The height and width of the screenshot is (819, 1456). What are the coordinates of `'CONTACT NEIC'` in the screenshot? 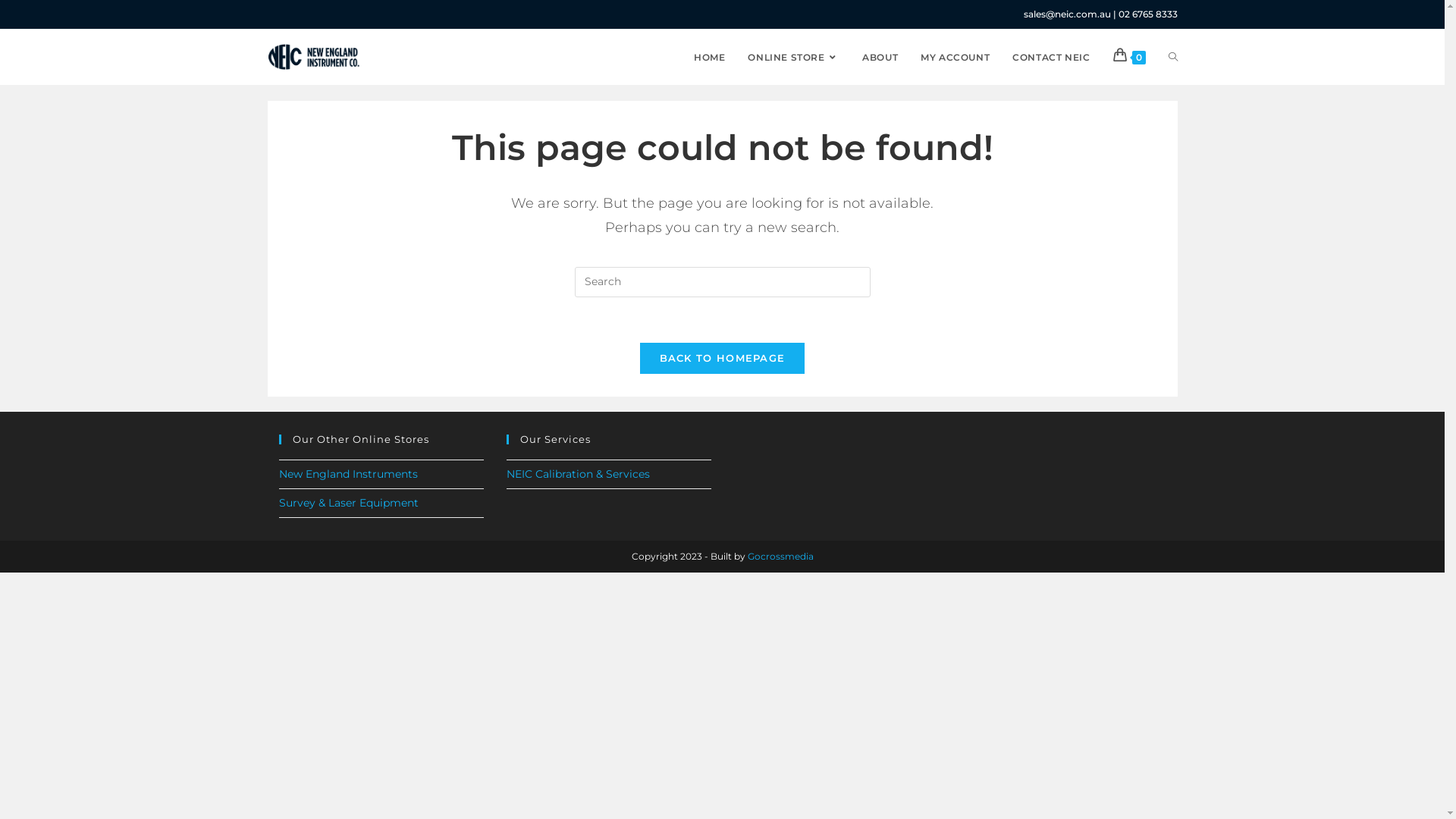 It's located at (1001, 56).